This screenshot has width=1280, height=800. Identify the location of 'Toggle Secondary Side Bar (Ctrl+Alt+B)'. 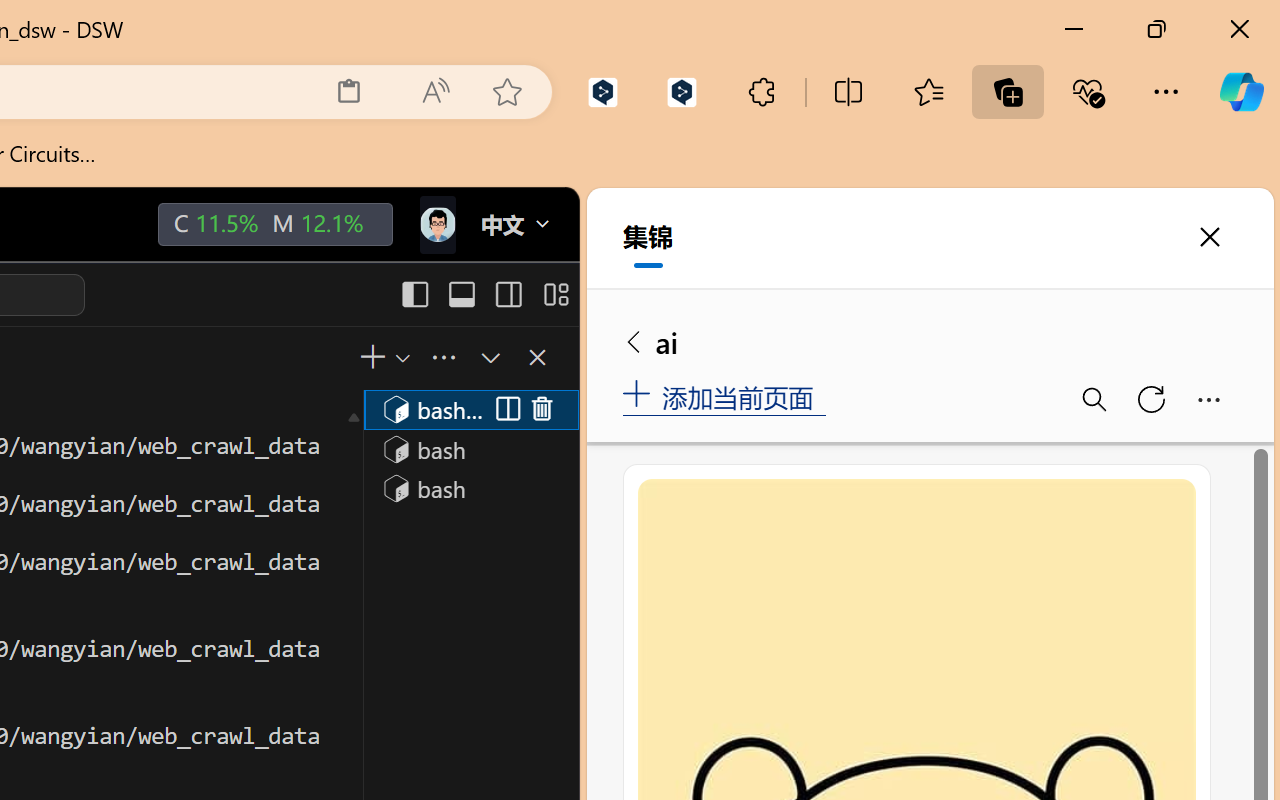
(506, 294).